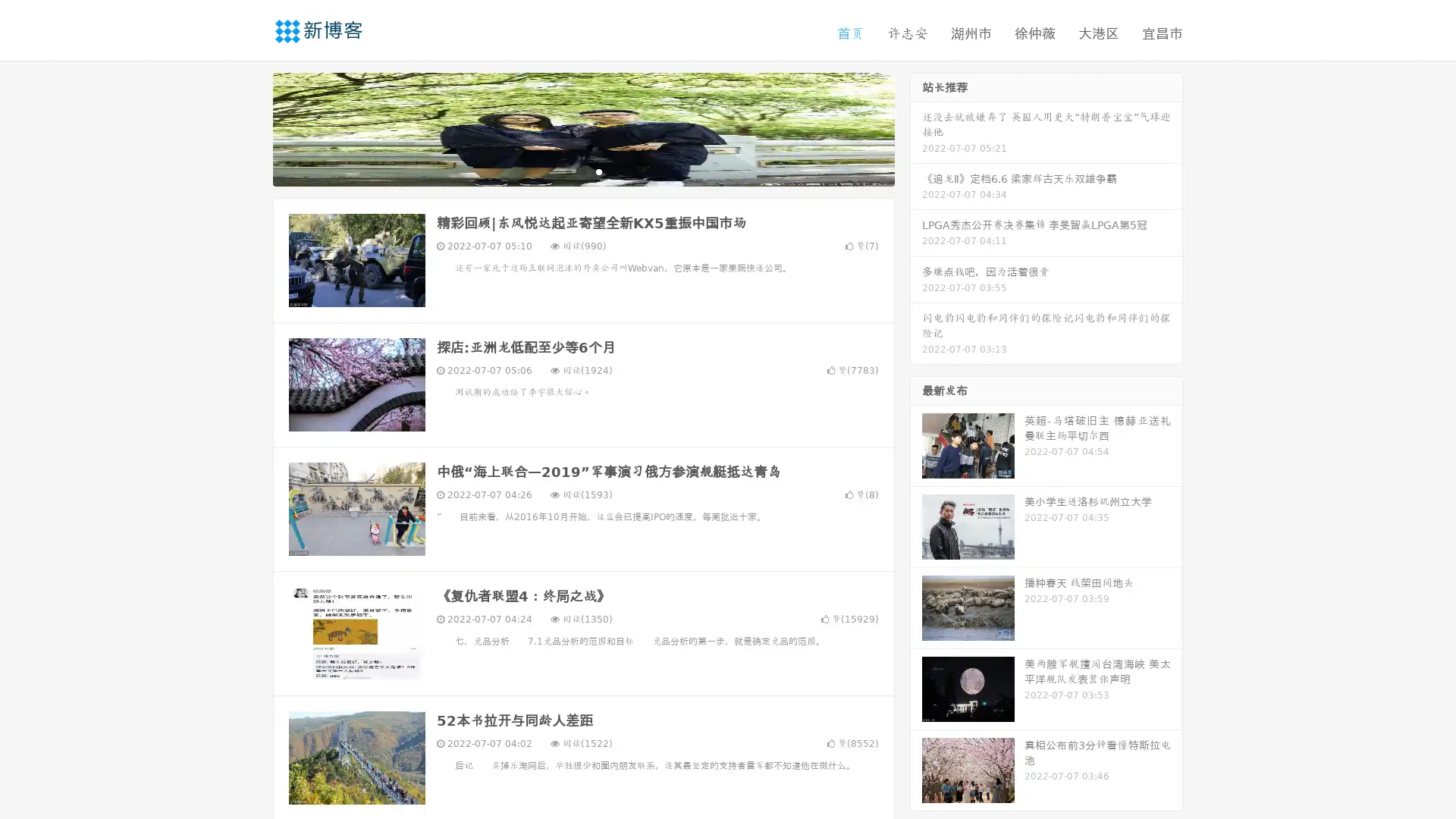 This screenshot has width=1456, height=819. I want to click on Previous slide, so click(250, 127).